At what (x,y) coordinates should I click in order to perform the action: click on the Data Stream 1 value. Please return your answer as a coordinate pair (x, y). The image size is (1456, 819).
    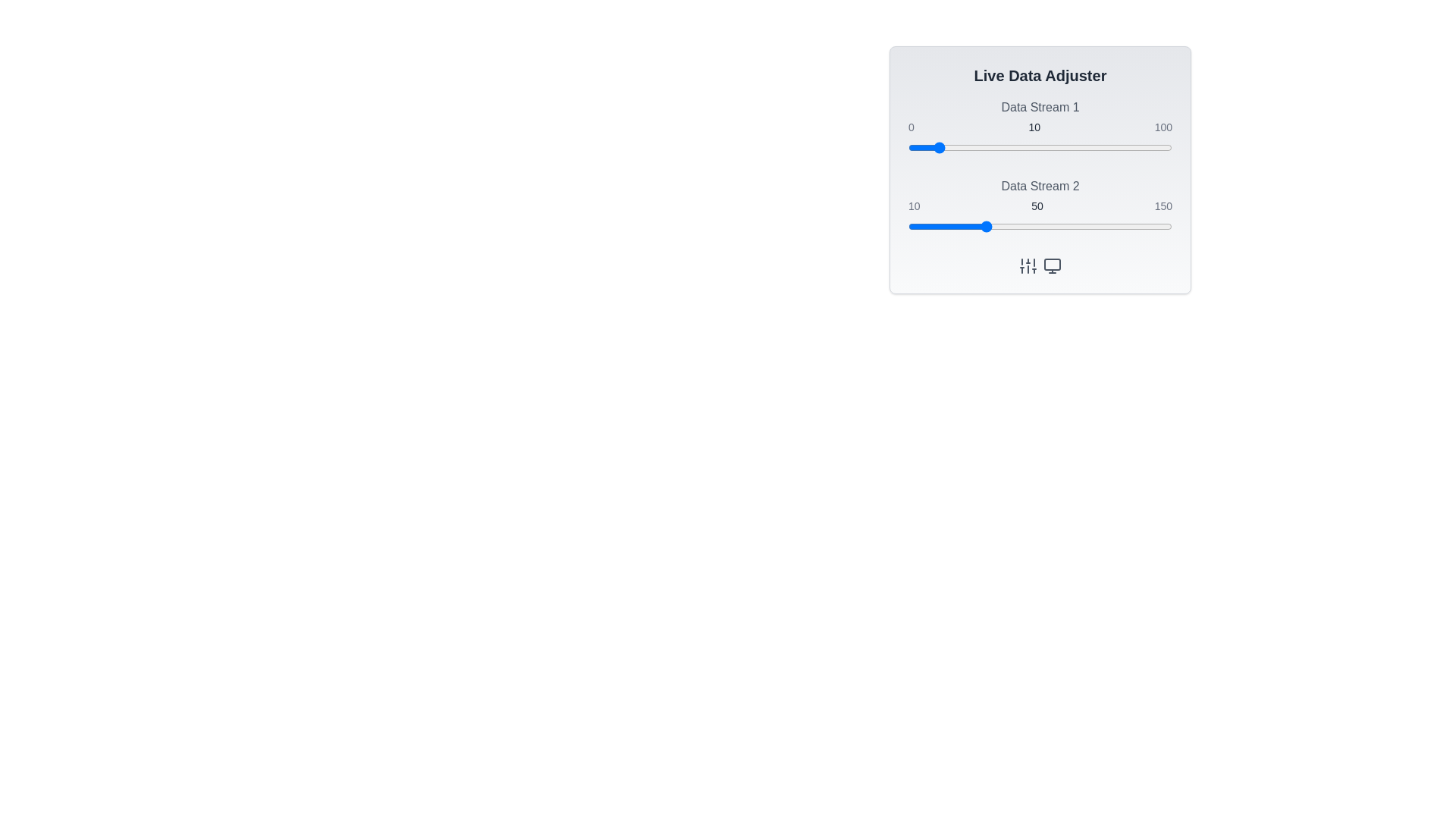
    Looking at the image, I should click on (1063, 148).